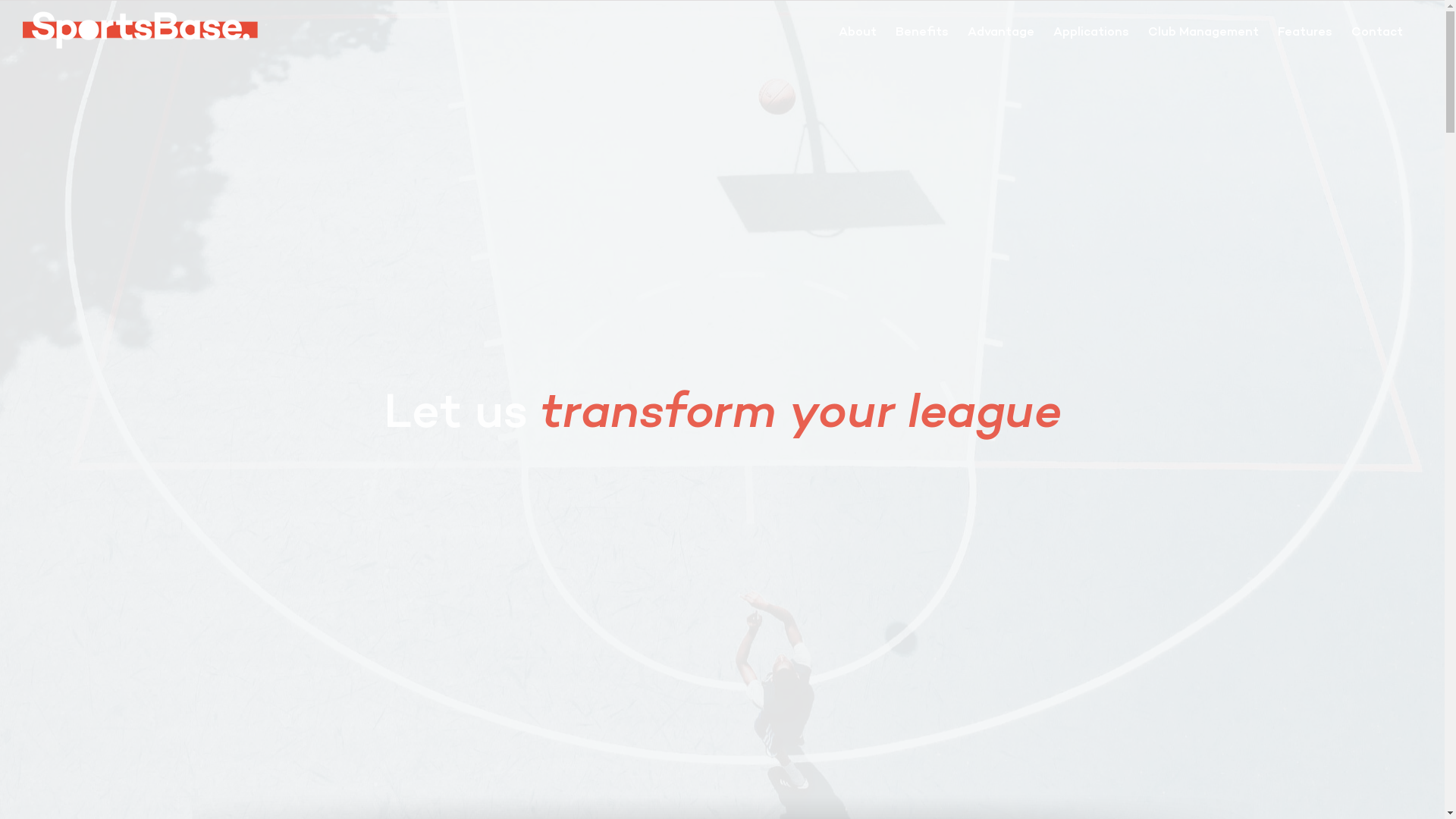 The image size is (1456, 819). Describe the element at coordinates (1203, 32) in the screenshot. I see `'Club Management'` at that location.